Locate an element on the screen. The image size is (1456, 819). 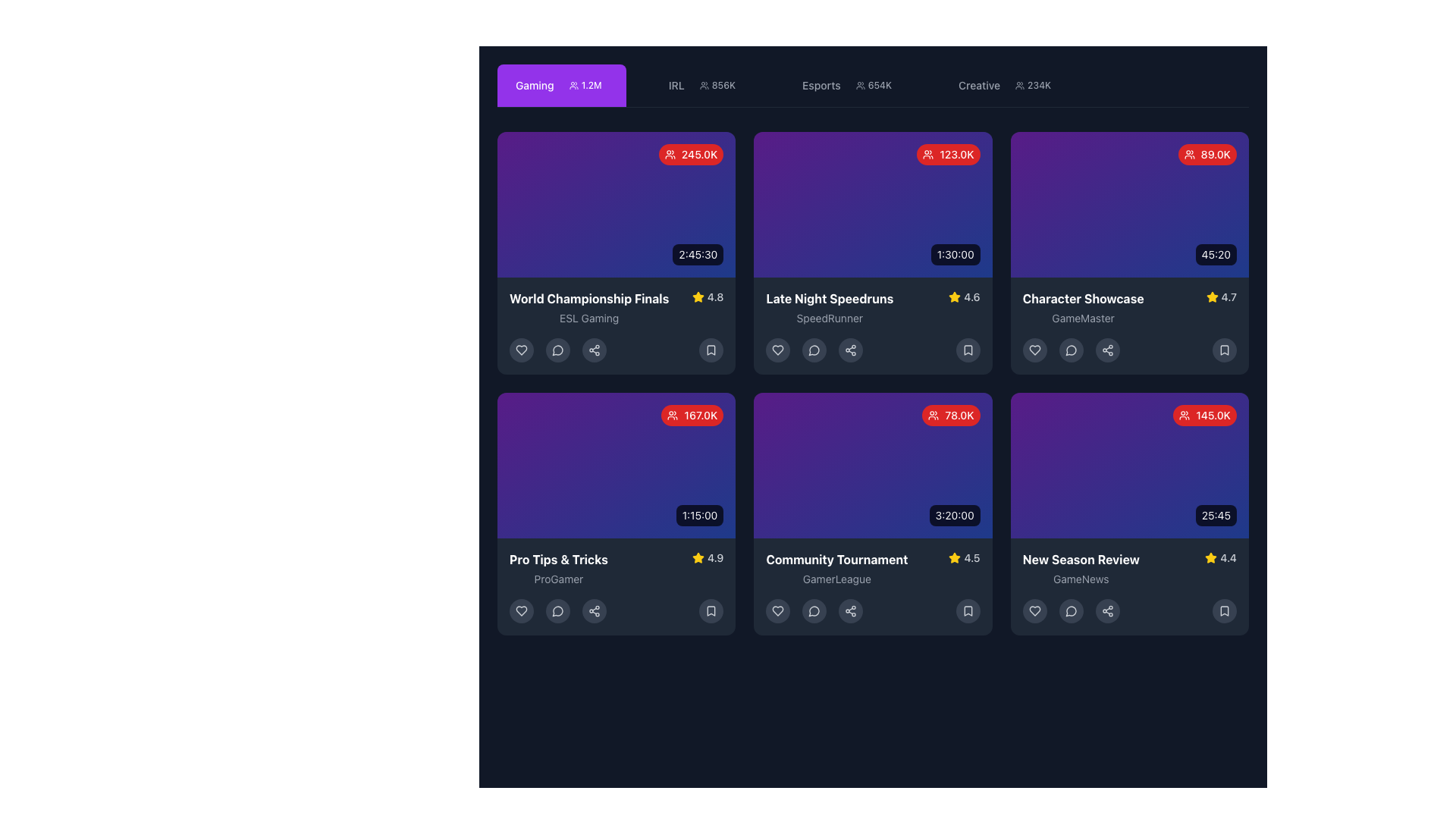
the rating component displaying an average score of 4.6 for the 'Late Night Speedruns' card, located in the bottom-right corner of the card is located at coordinates (964, 297).